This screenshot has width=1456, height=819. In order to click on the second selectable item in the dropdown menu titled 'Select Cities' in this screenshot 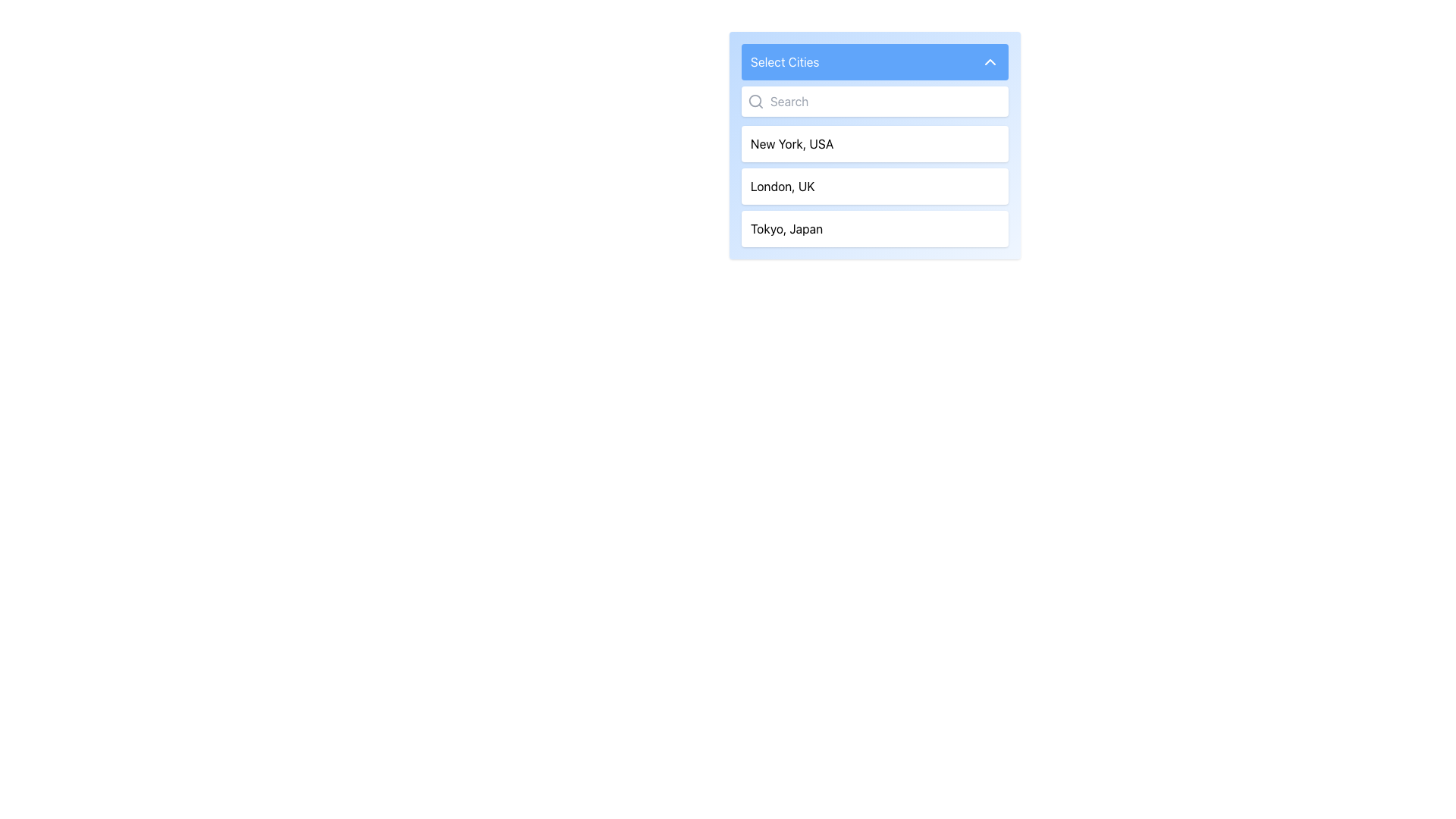, I will do `click(874, 186)`.